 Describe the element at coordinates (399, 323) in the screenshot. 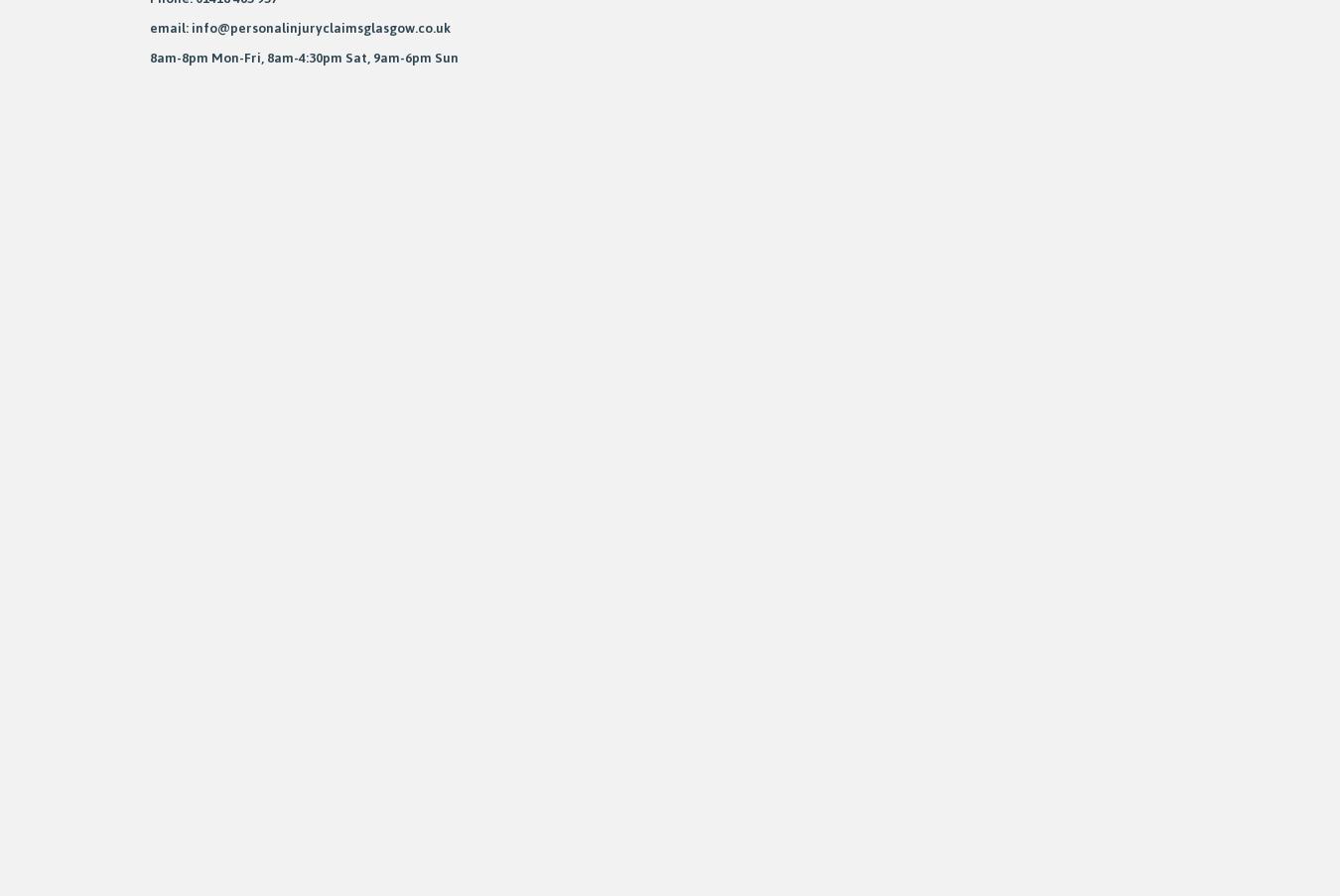

I see `'Bournemouth'` at that location.